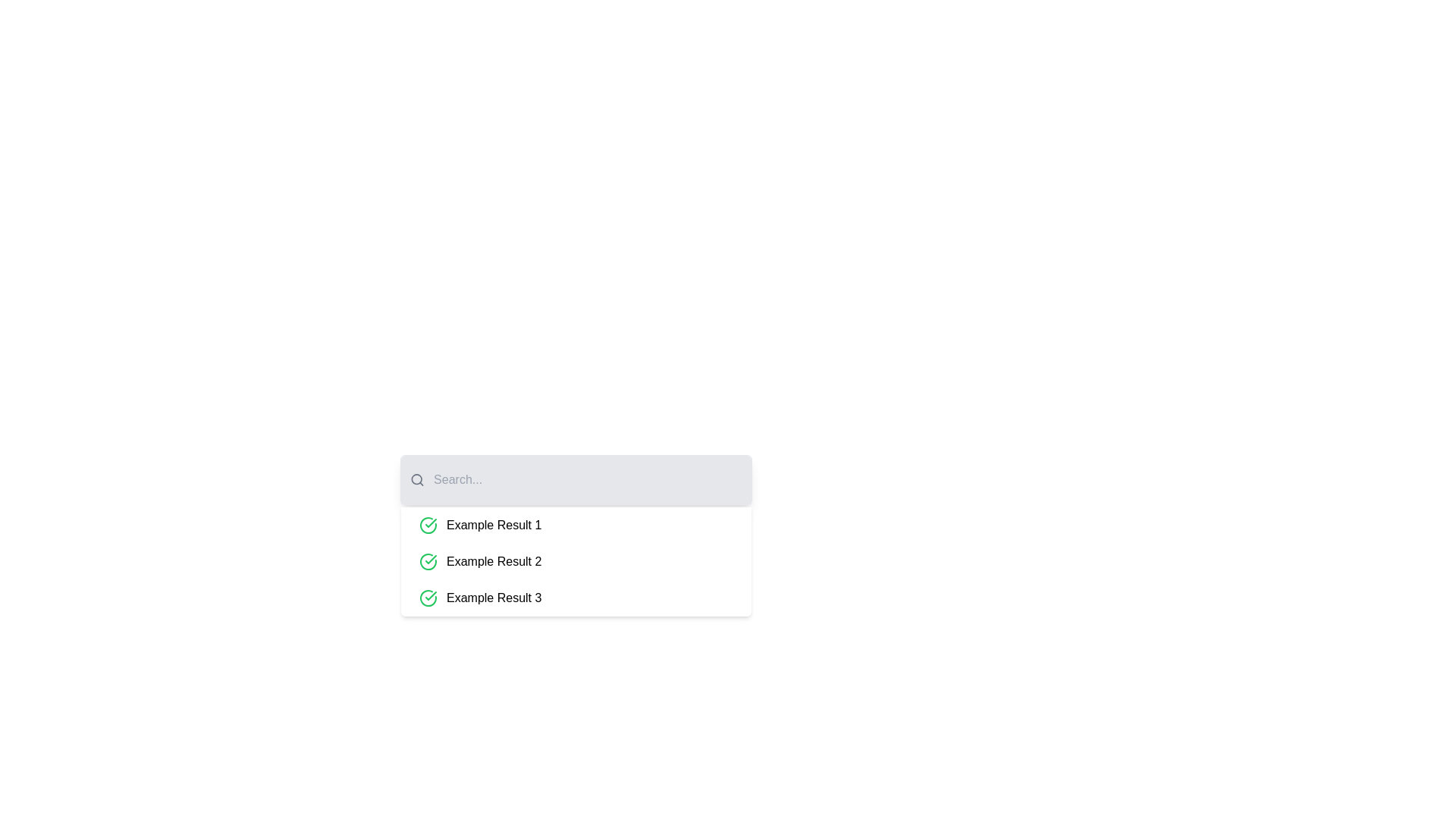 Image resolution: width=1456 pixels, height=819 pixels. What do you see at coordinates (428, 525) in the screenshot?
I see `the green circular outline icon with a checkmark, located at the beginning of the row titled 'Example Result 1'` at bounding box center [428, 525].